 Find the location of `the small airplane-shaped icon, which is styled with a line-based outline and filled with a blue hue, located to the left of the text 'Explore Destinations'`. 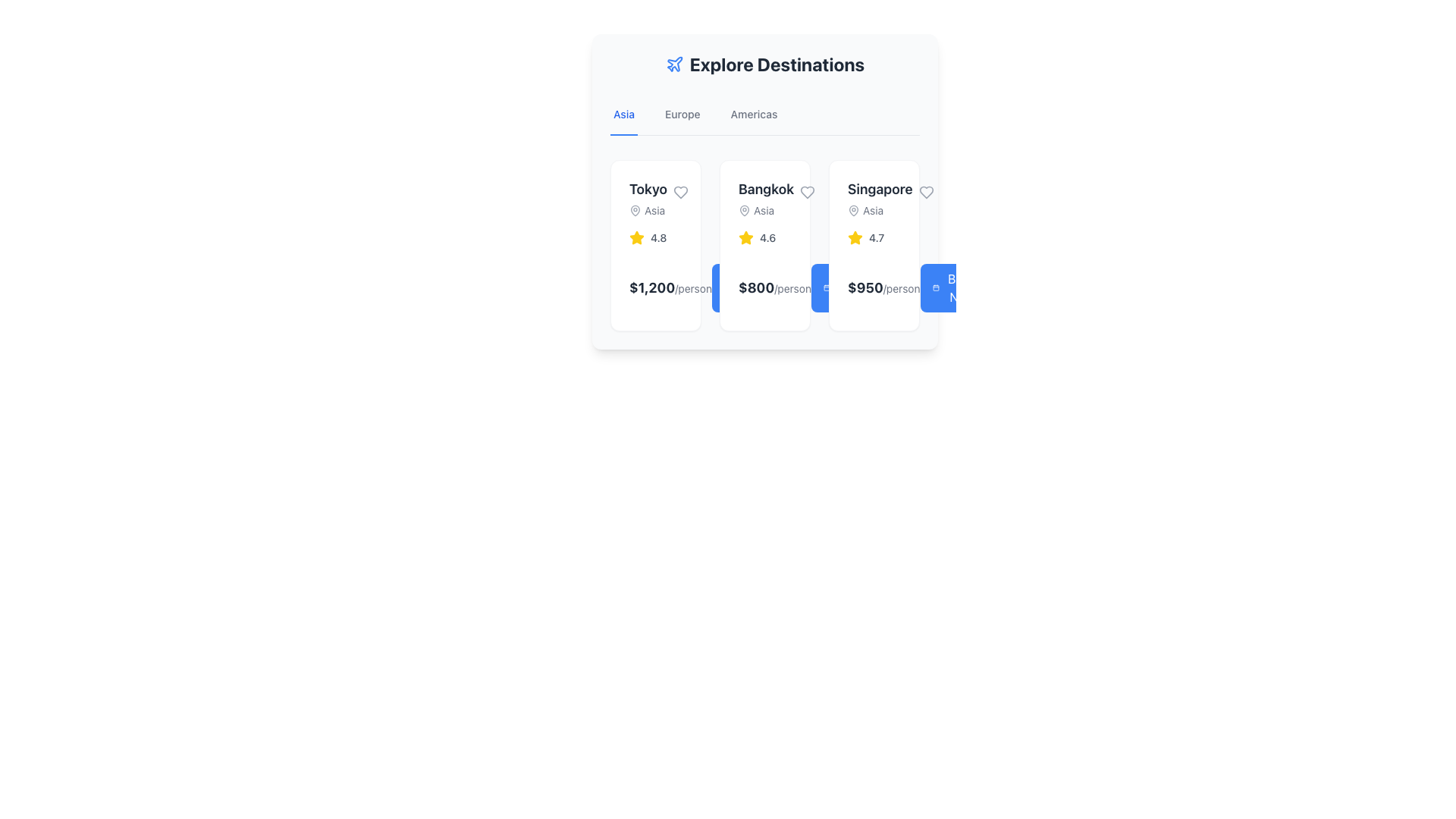

the small airplane-shaped icon, which is styled with a line-based outline and filled with a blue hue, located to the left of the text 'Explore Destinations' is located at coordinates (673, 63).